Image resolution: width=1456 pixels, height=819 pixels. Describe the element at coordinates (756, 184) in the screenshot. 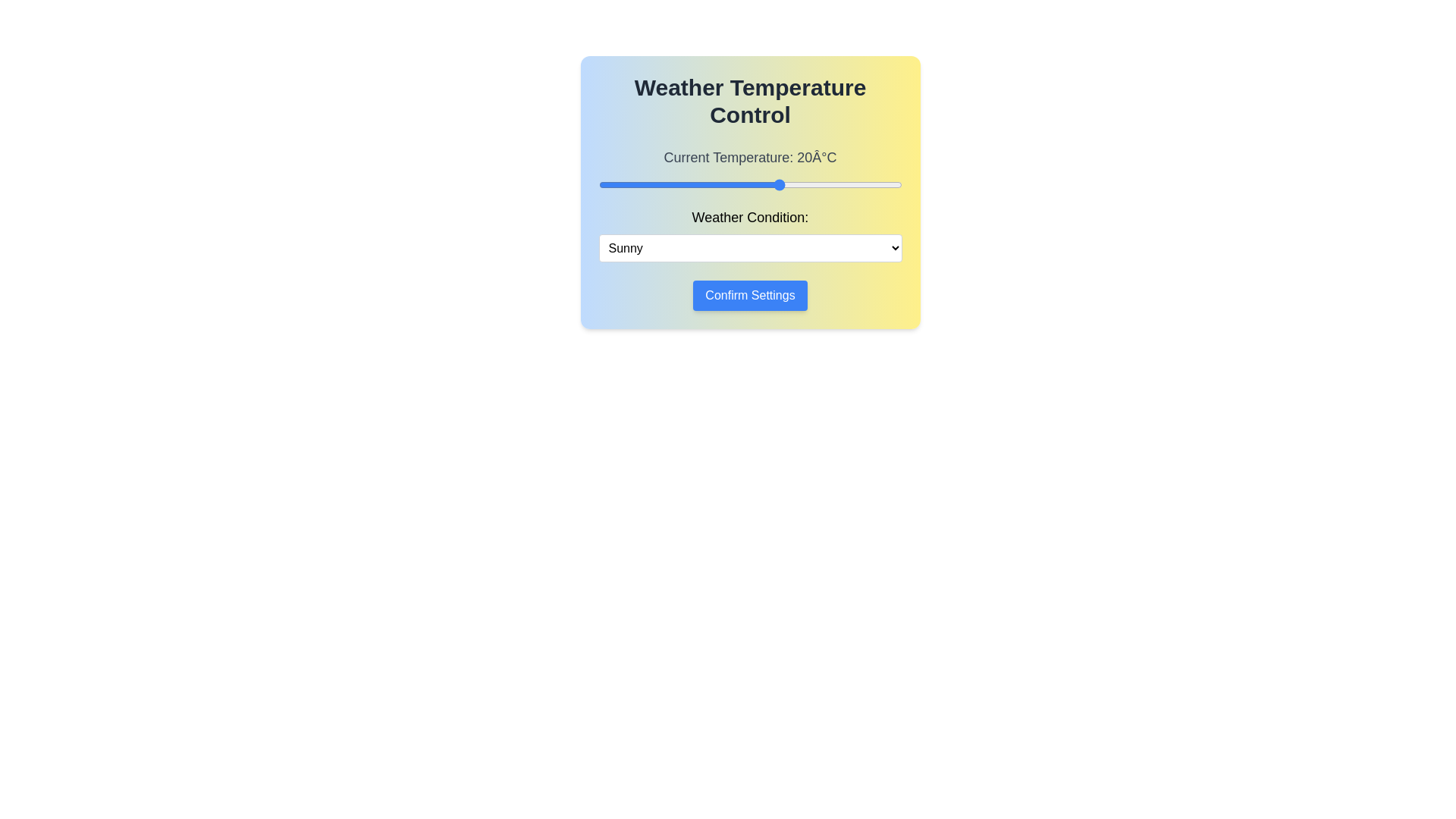

I see `the temperature slider to set the temperature to 16°C` at that location.